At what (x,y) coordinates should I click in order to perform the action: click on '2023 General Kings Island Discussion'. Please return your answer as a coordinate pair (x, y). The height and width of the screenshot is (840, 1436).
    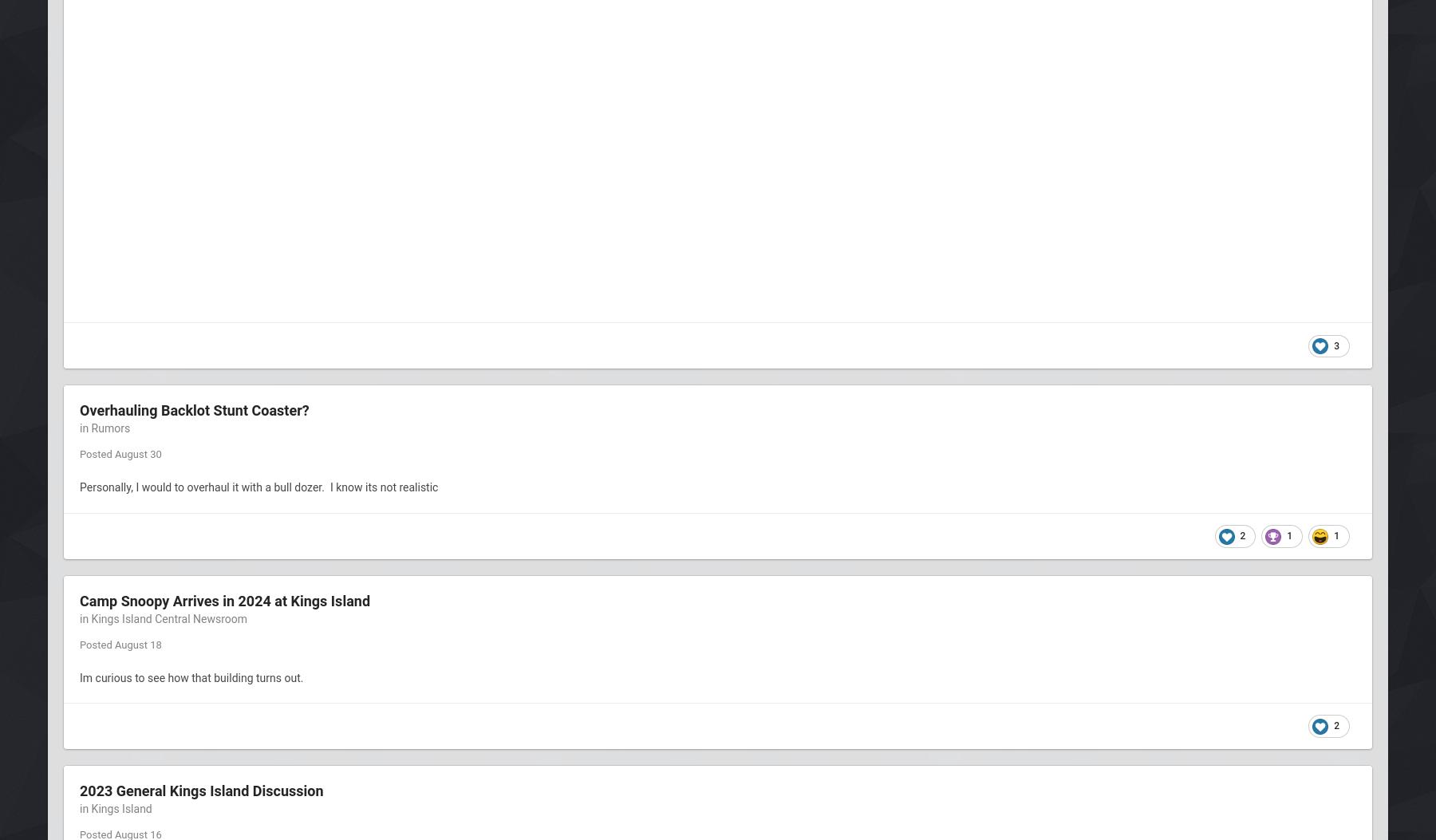
    Looking at the image, I should click on (200, 791).